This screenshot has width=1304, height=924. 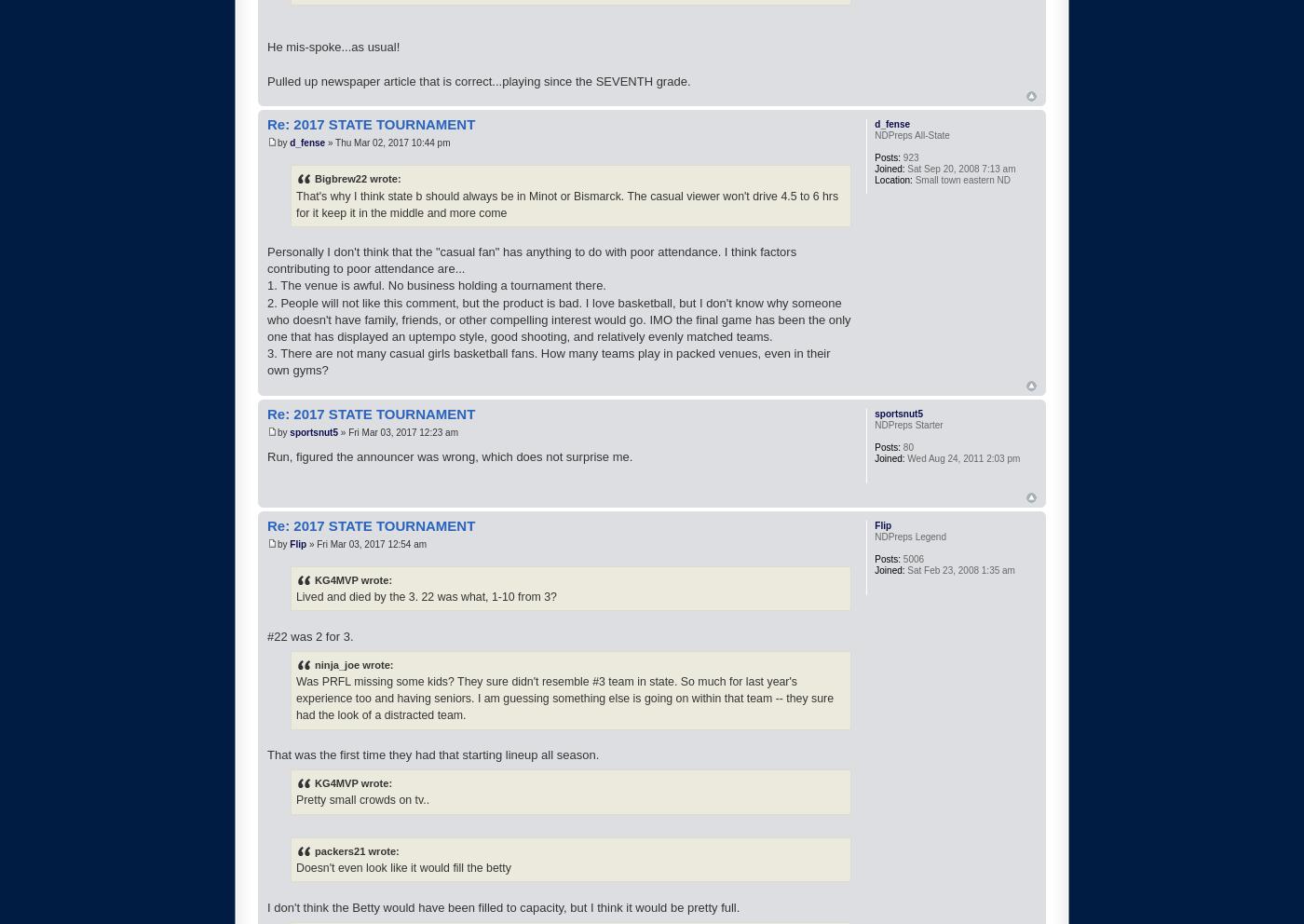 I want to click on 'NDPreps Starter', so click(x=908, y=423).